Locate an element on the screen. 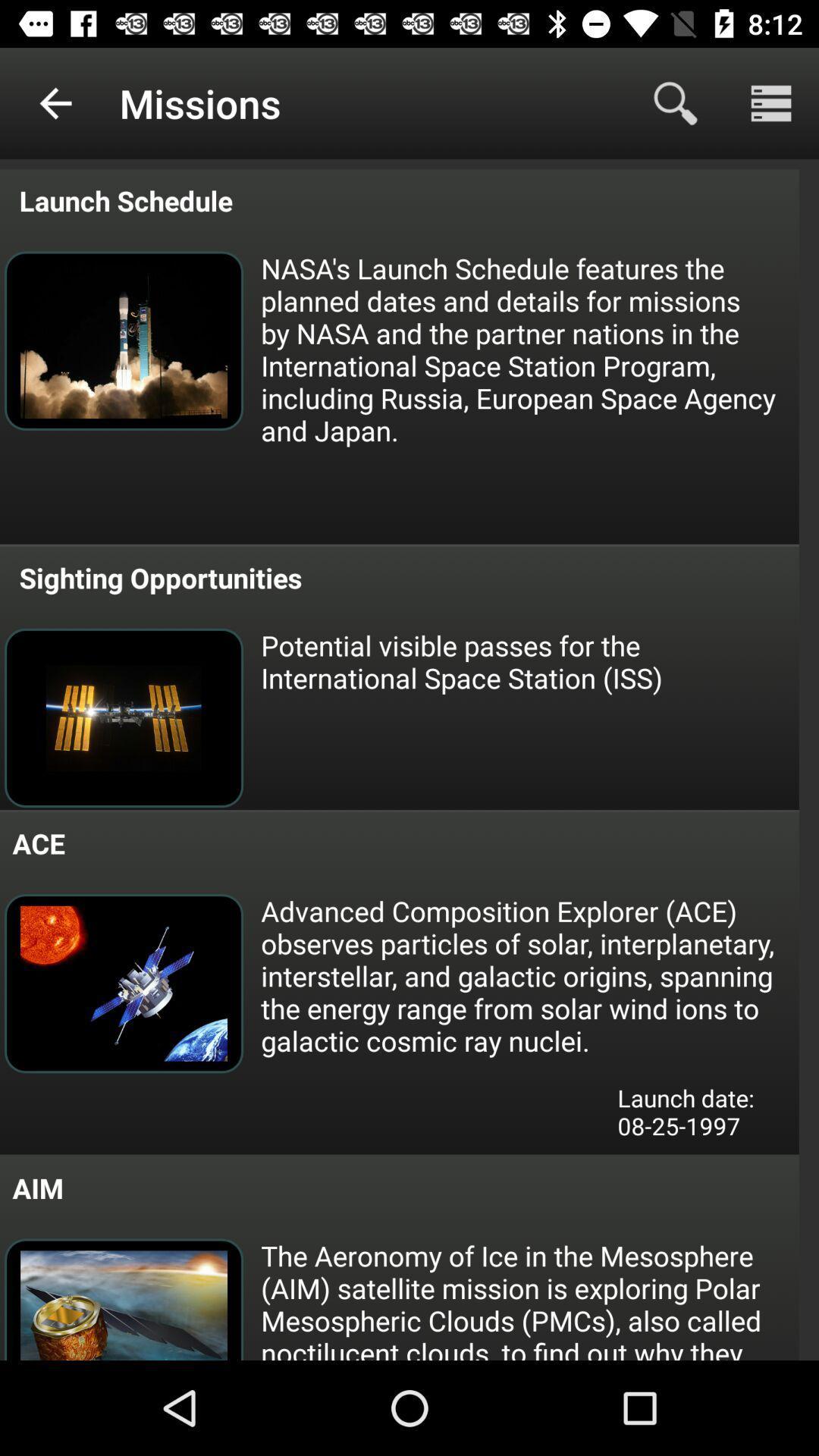 The width and height of the screenshot is (819, 1456). the nasa s launch item is located at coordinates (528, 348).